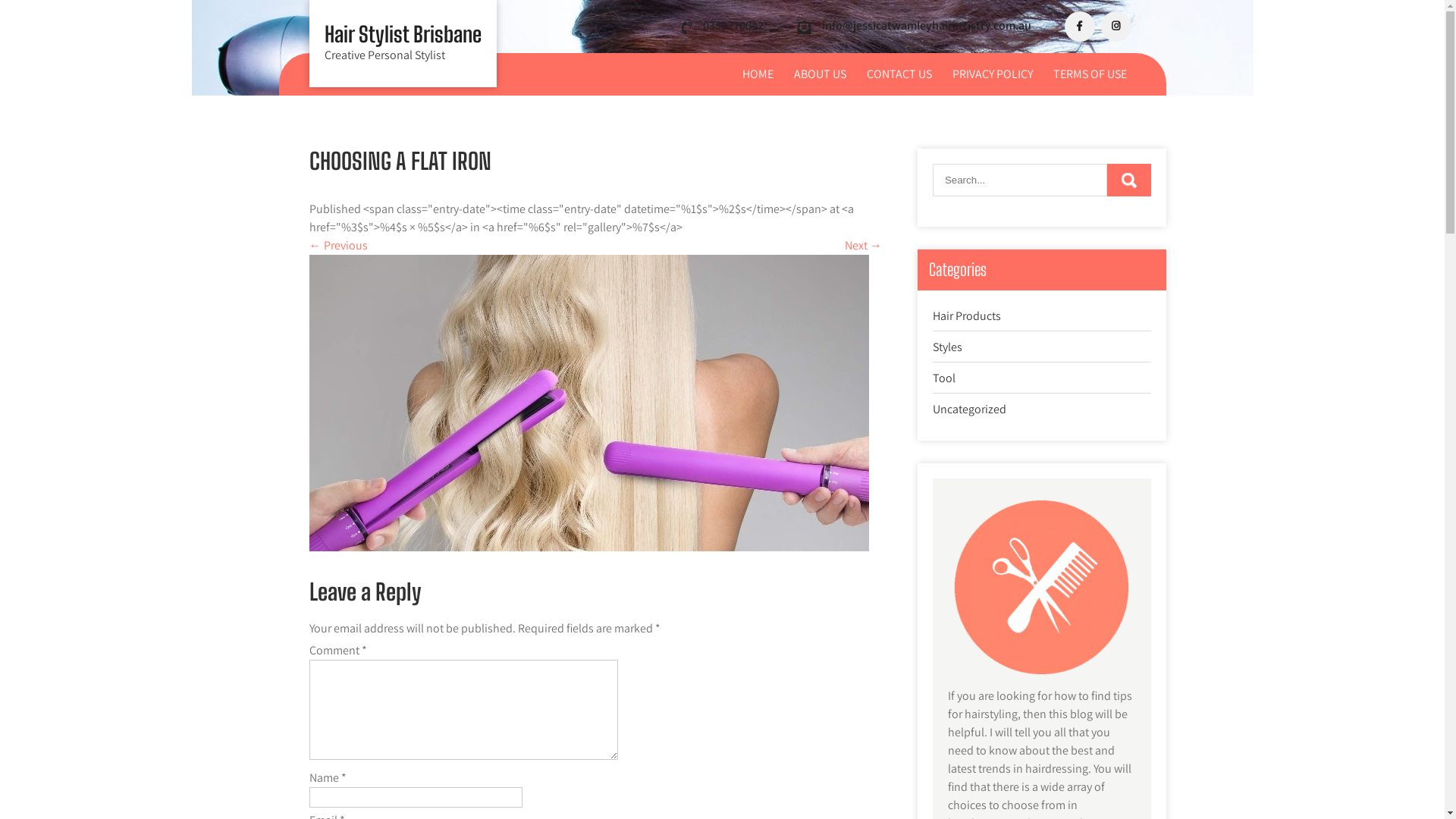 The image size is (1456, 819). Describe the element at coordinates (943, 377) in the screenshot. I see `'Tool'` at that location.